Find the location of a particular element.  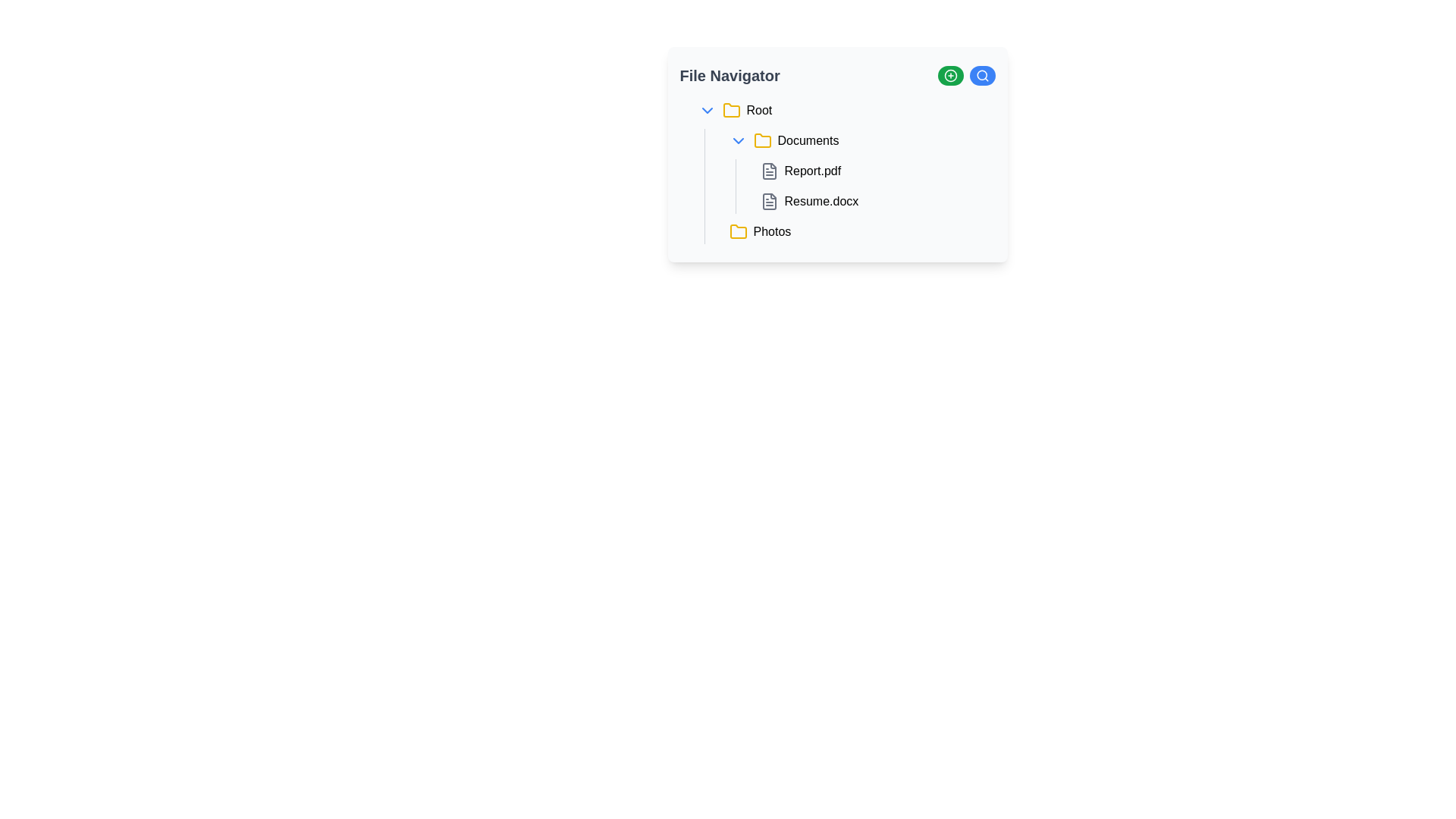

the title Text Label for the file navigator interface, which is positioned at the upper section above the file tree structure is located at coordinates (730, 76).